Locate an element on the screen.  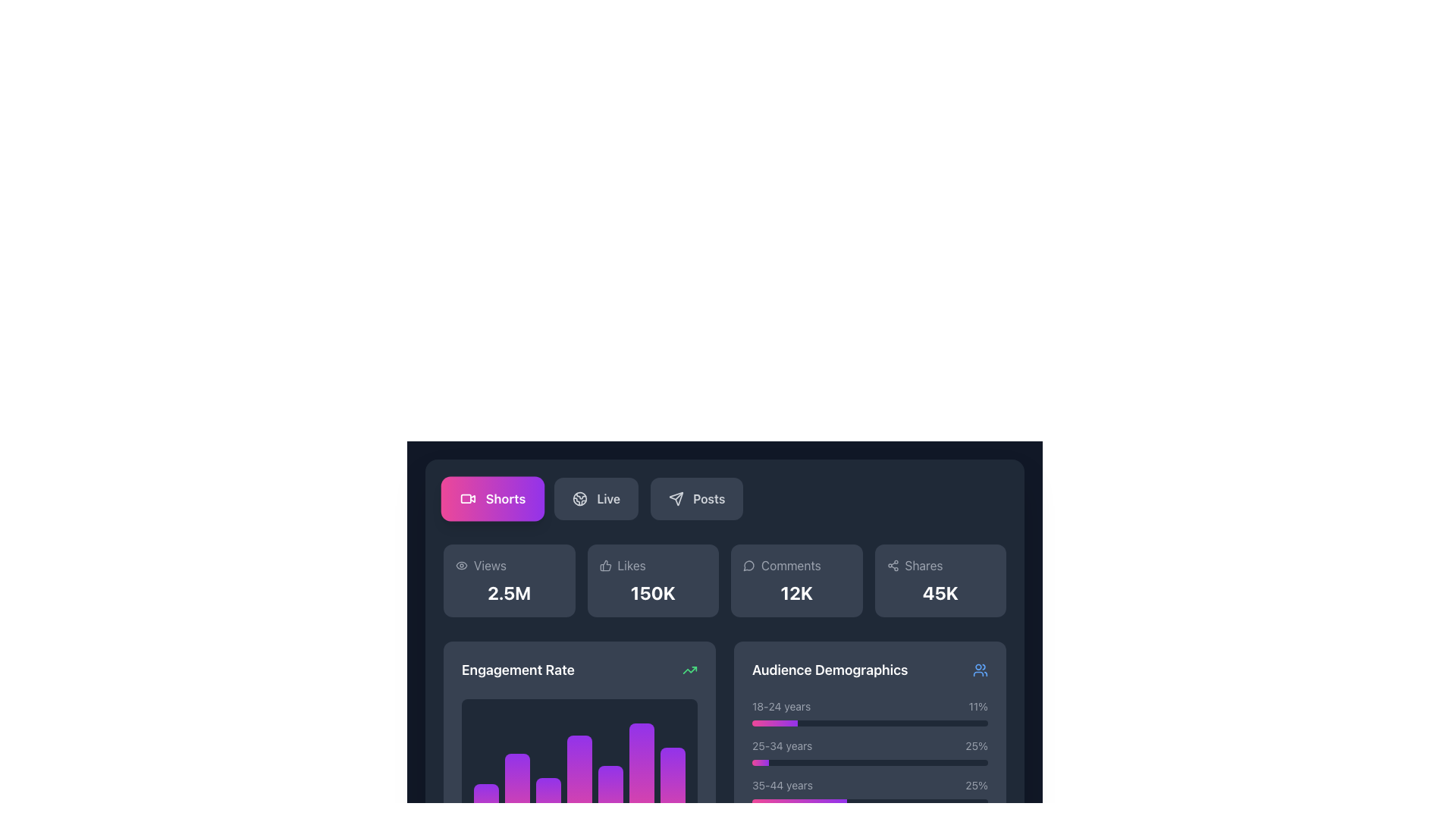
the comment icon resembling a speech bubble with a tail, which is the third icon from the left in the comments section of the user interface is located at coordinates (748, 566).